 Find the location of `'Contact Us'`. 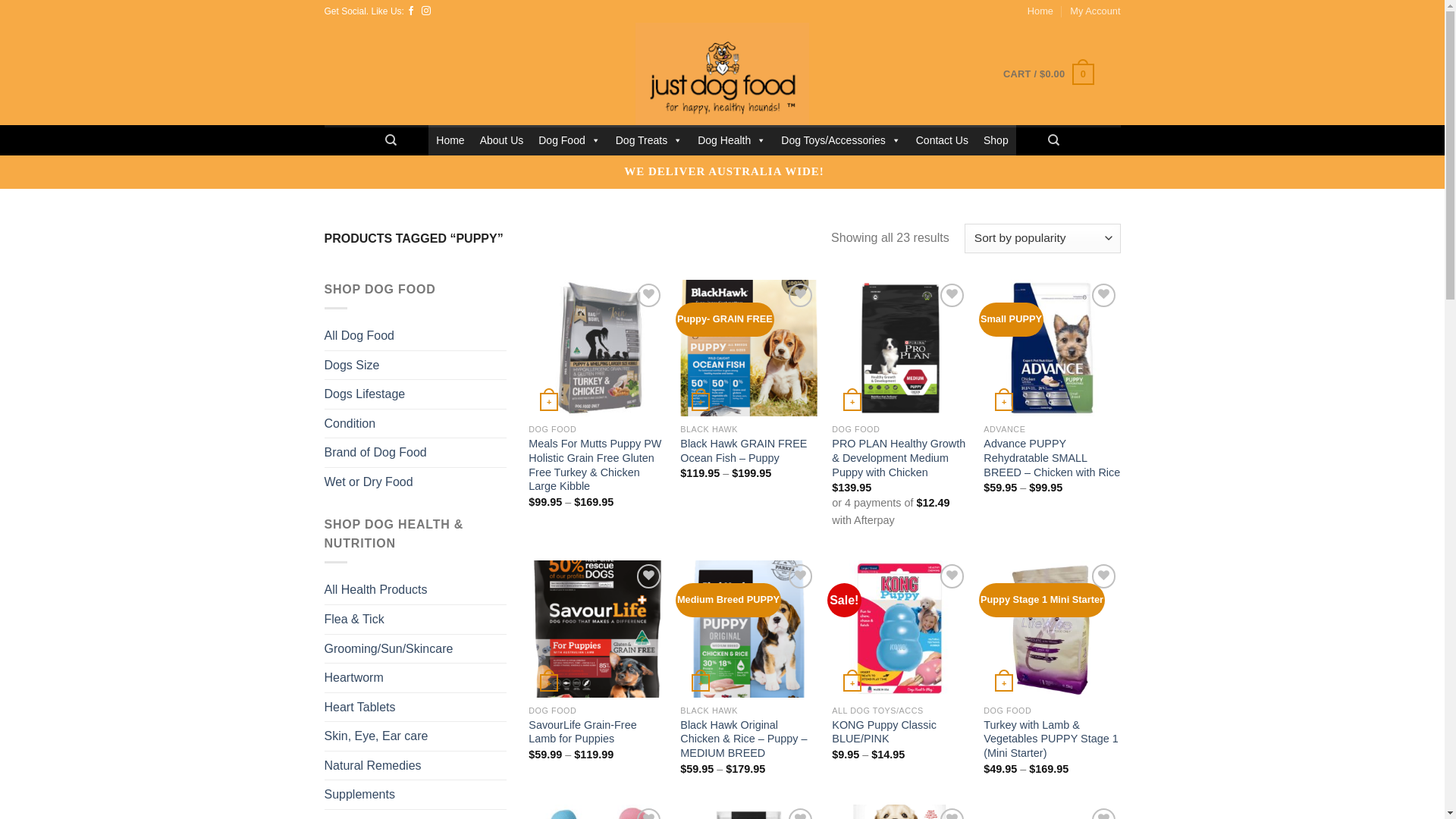

'Contact Us' is located at coordinates (941, 140).